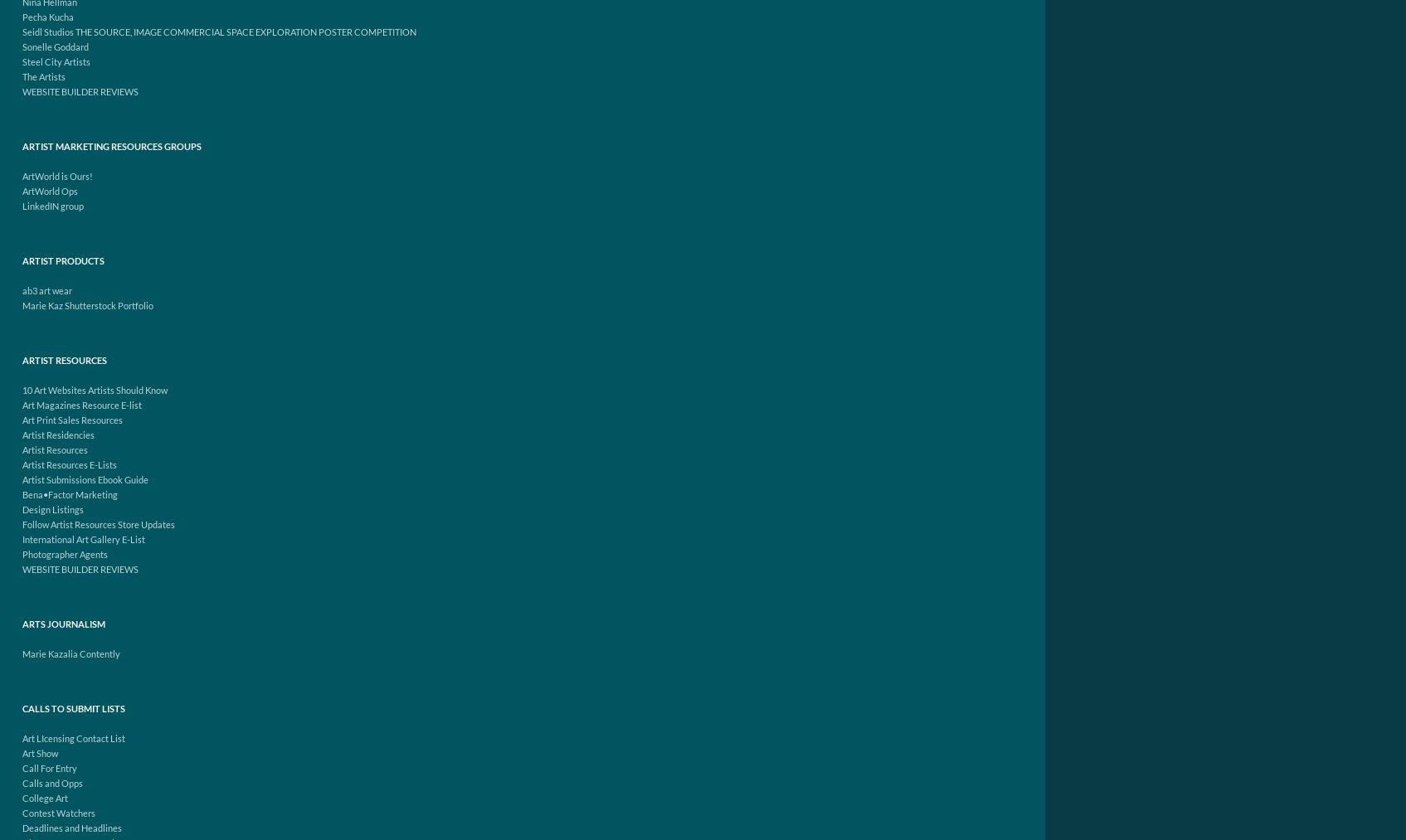 Image resolution: width=1406 pixels, height=840 pixels. Describe the element at coordinates (62, 260) in the screenshot. I see `'Artist Products'` at that location.